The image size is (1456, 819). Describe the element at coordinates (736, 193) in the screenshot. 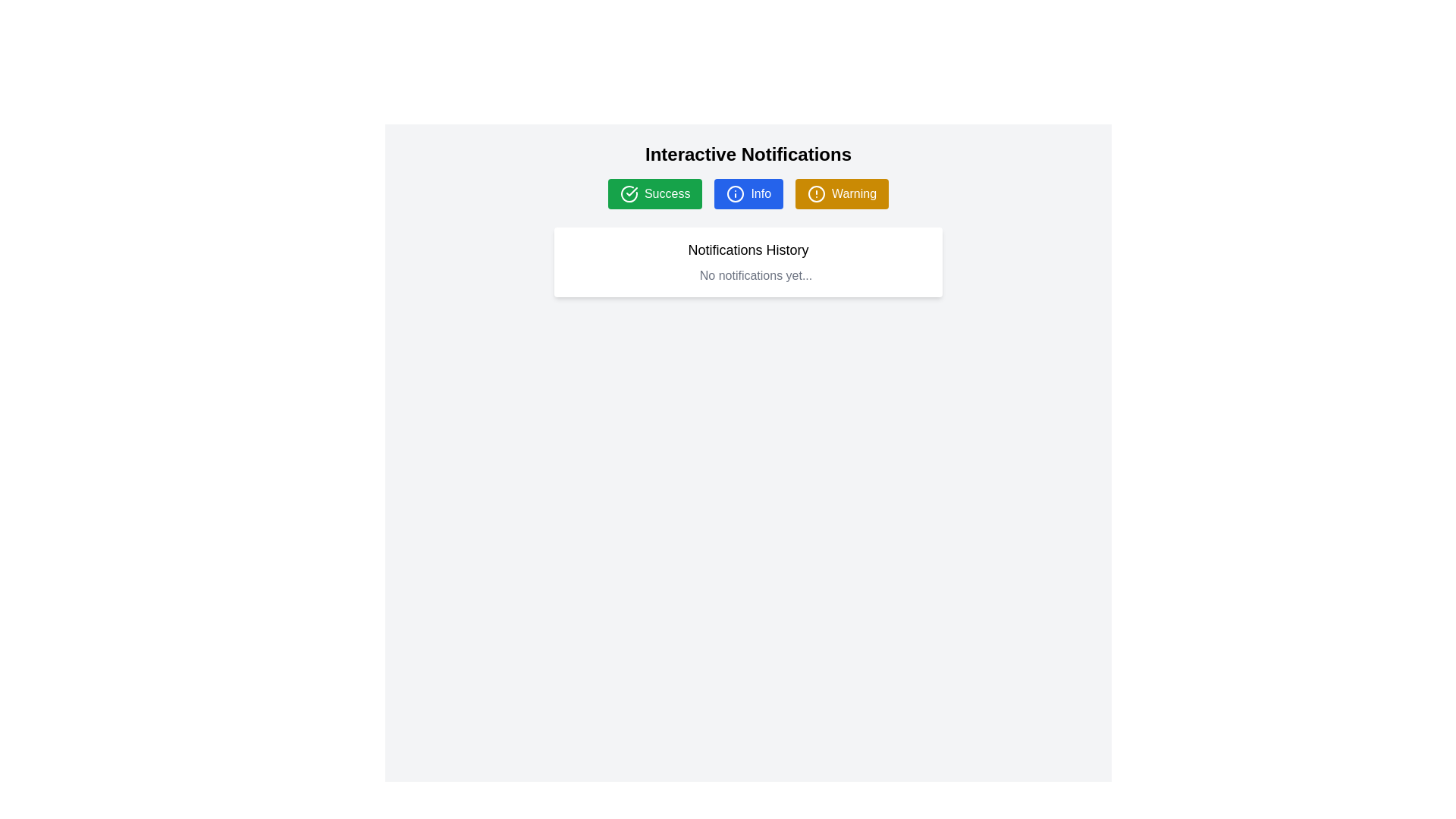

I see `the SVG Icon associated with the 'Info' button, located in the button group under 'Interactive Notifications'` at that location.